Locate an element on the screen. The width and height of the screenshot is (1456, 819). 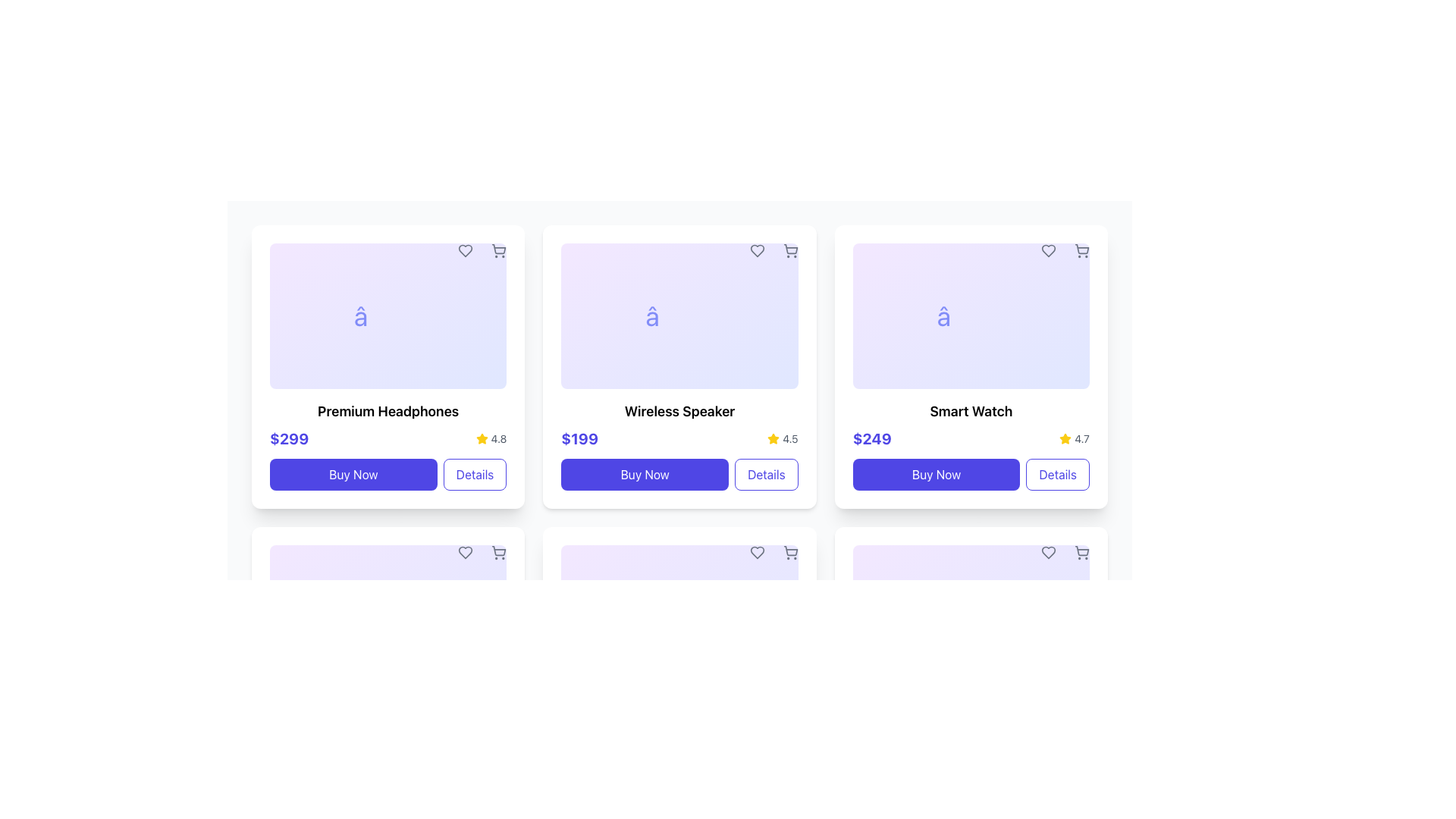
the heart-shaped icon in the top-right corner of the 'Premium Headphones' product card to change its color to red is located at coordinates (465, 250).